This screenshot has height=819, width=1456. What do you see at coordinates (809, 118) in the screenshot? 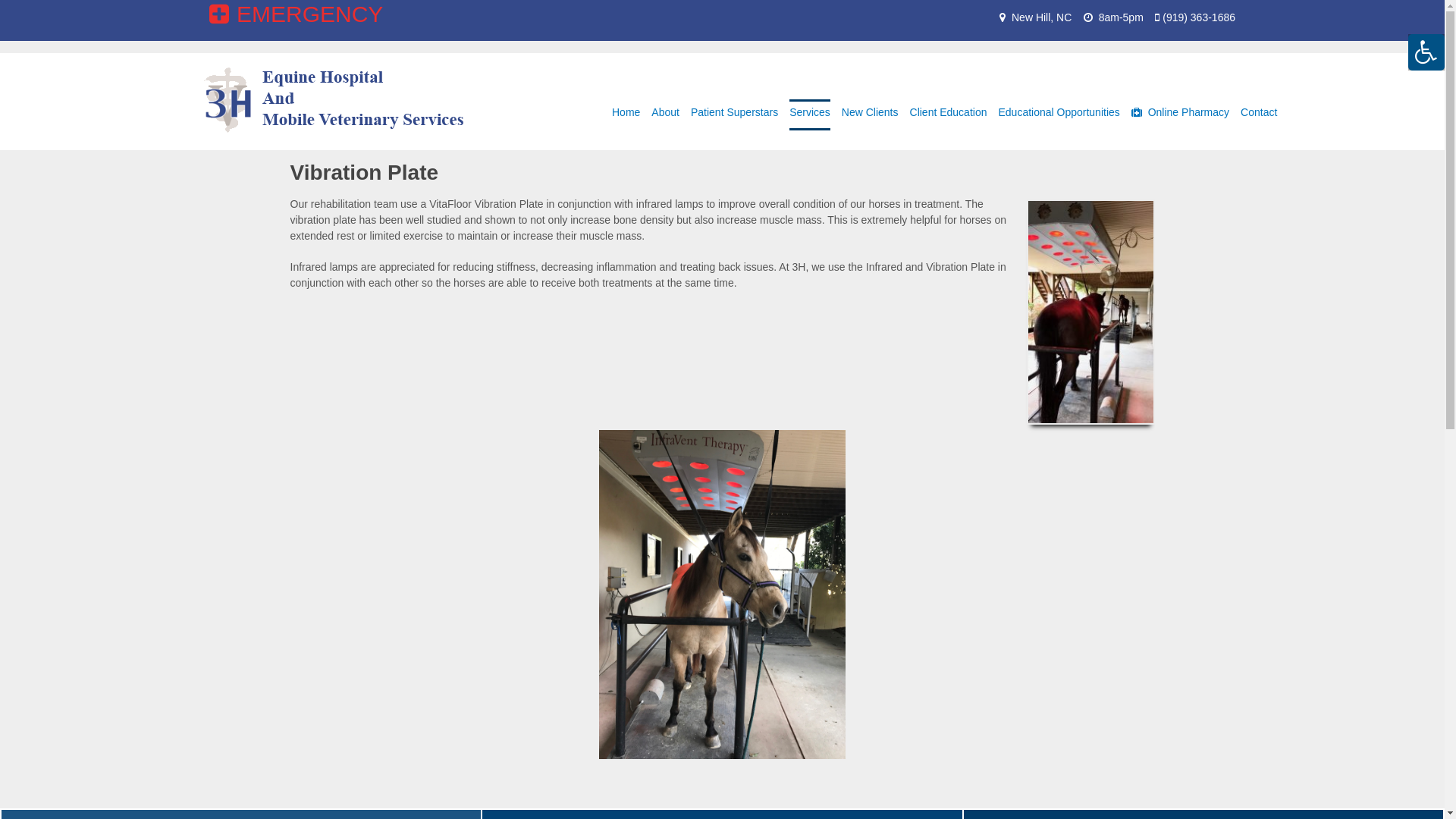
I see `'Services'` at bounding box center [809, 118].